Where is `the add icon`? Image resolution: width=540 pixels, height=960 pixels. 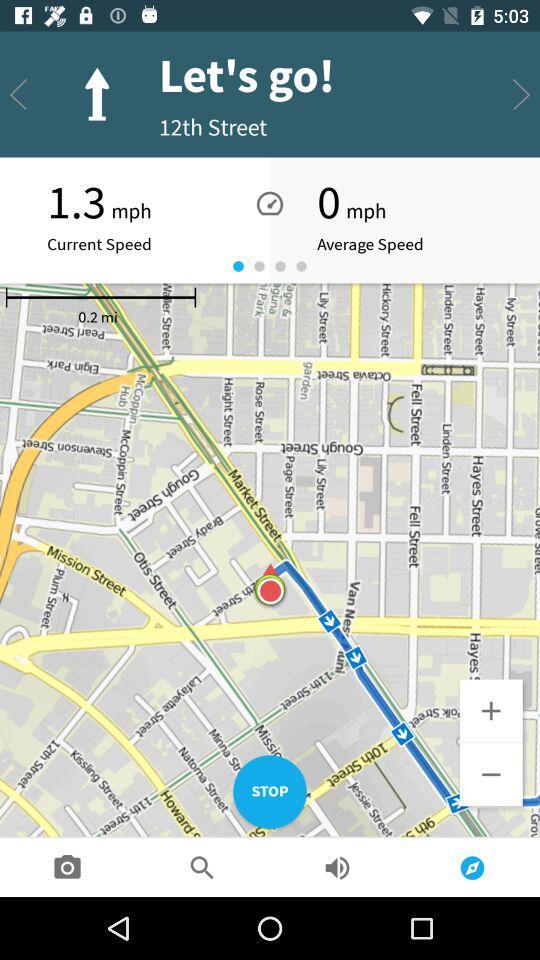 the add icon is located at coordinates (490, 710).